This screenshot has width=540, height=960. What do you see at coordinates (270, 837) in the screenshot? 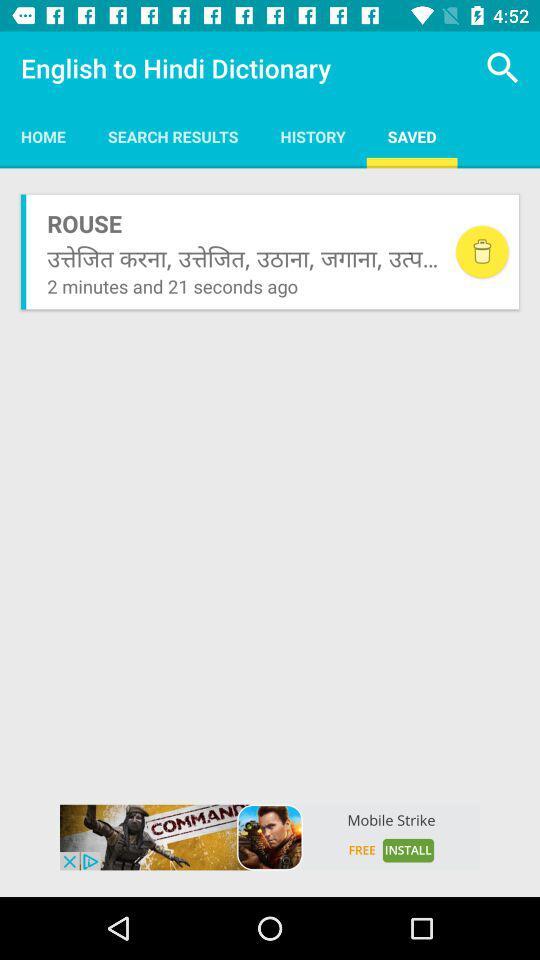
I see `advertisement` at bounding box center [270, 837].